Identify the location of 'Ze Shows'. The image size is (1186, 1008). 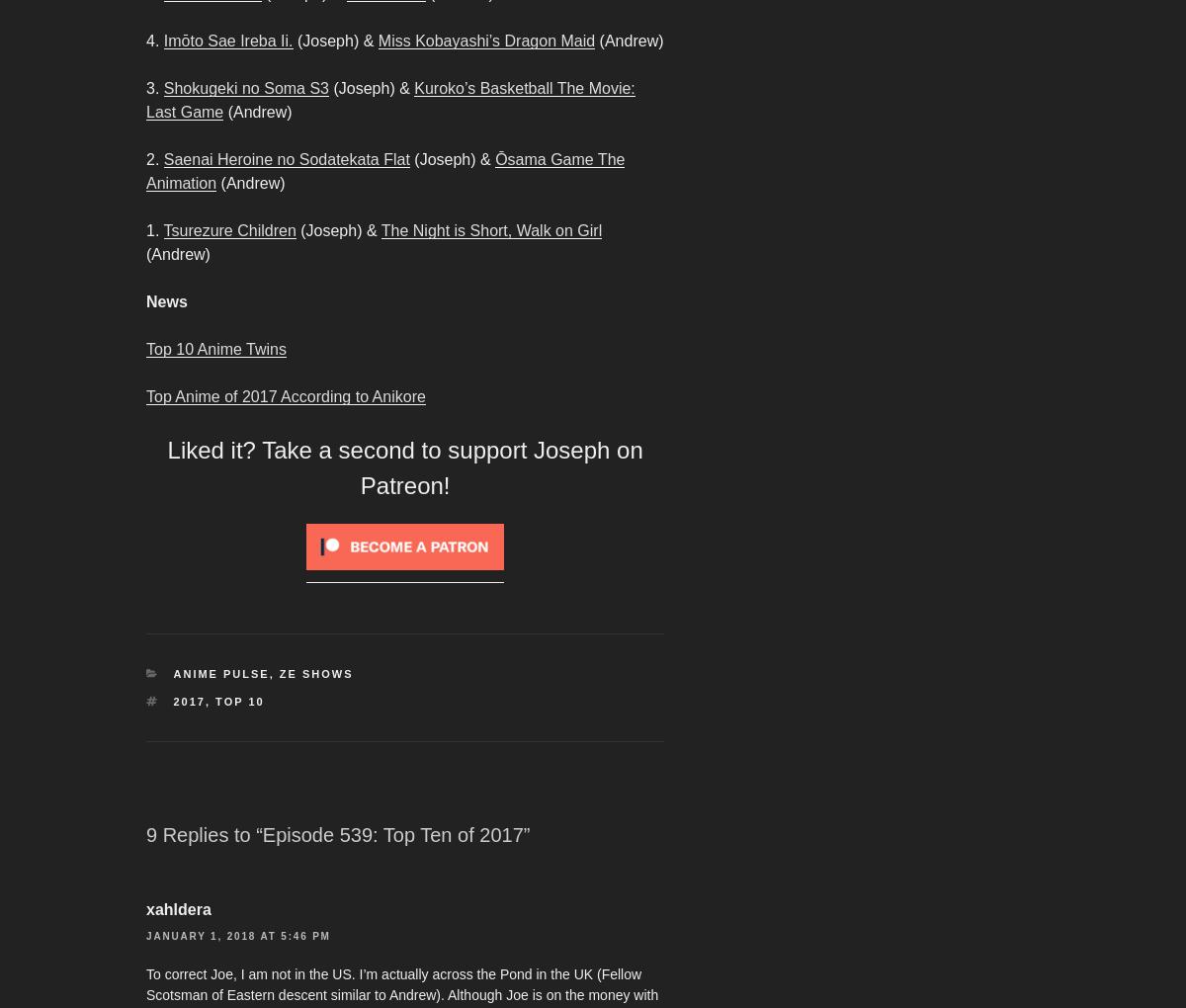
(315, 672).